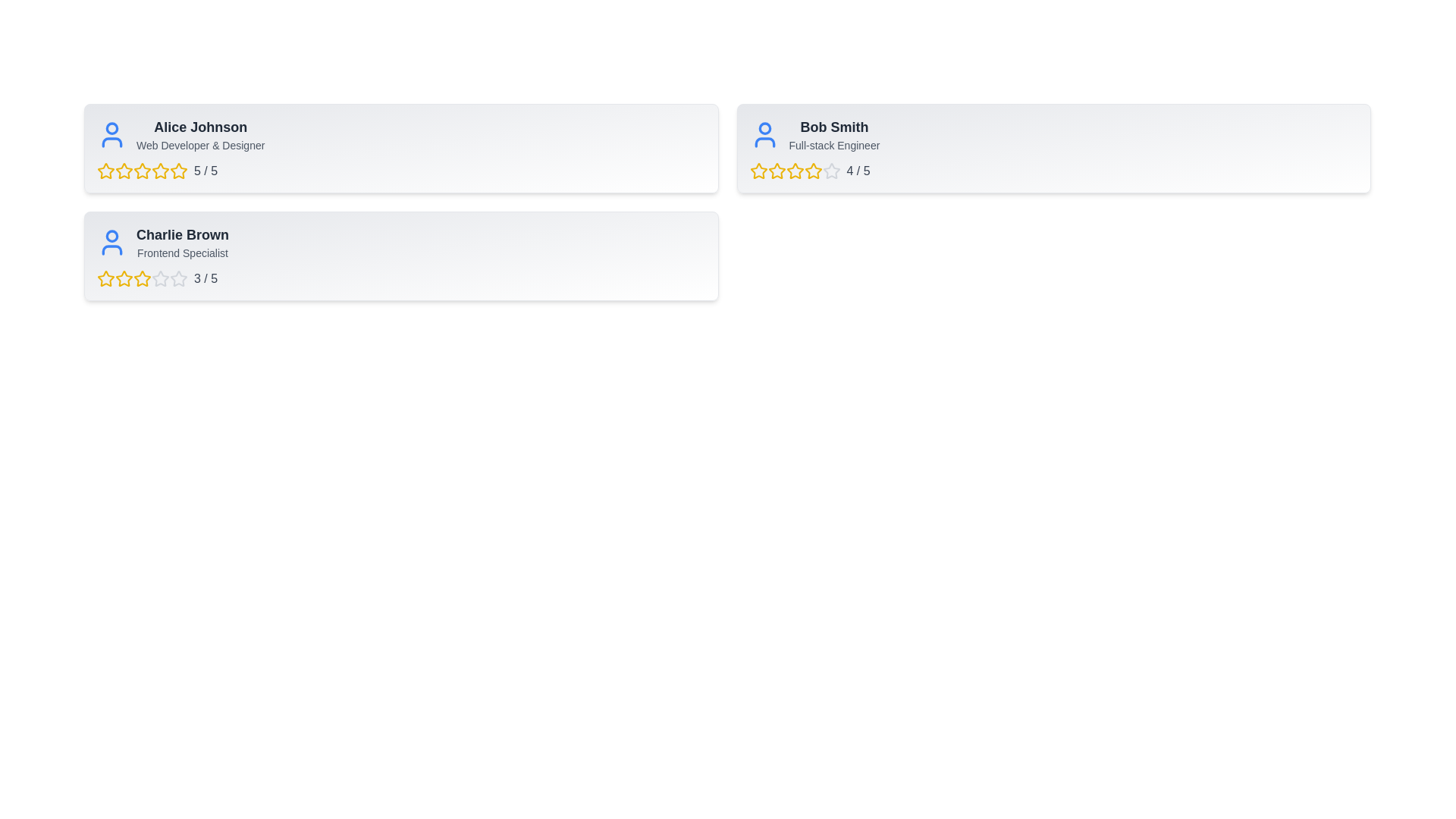  Describe the element at coordinates (199, 146) in the screenshot. I see `the biography of the user Alice Johnson` at that location.